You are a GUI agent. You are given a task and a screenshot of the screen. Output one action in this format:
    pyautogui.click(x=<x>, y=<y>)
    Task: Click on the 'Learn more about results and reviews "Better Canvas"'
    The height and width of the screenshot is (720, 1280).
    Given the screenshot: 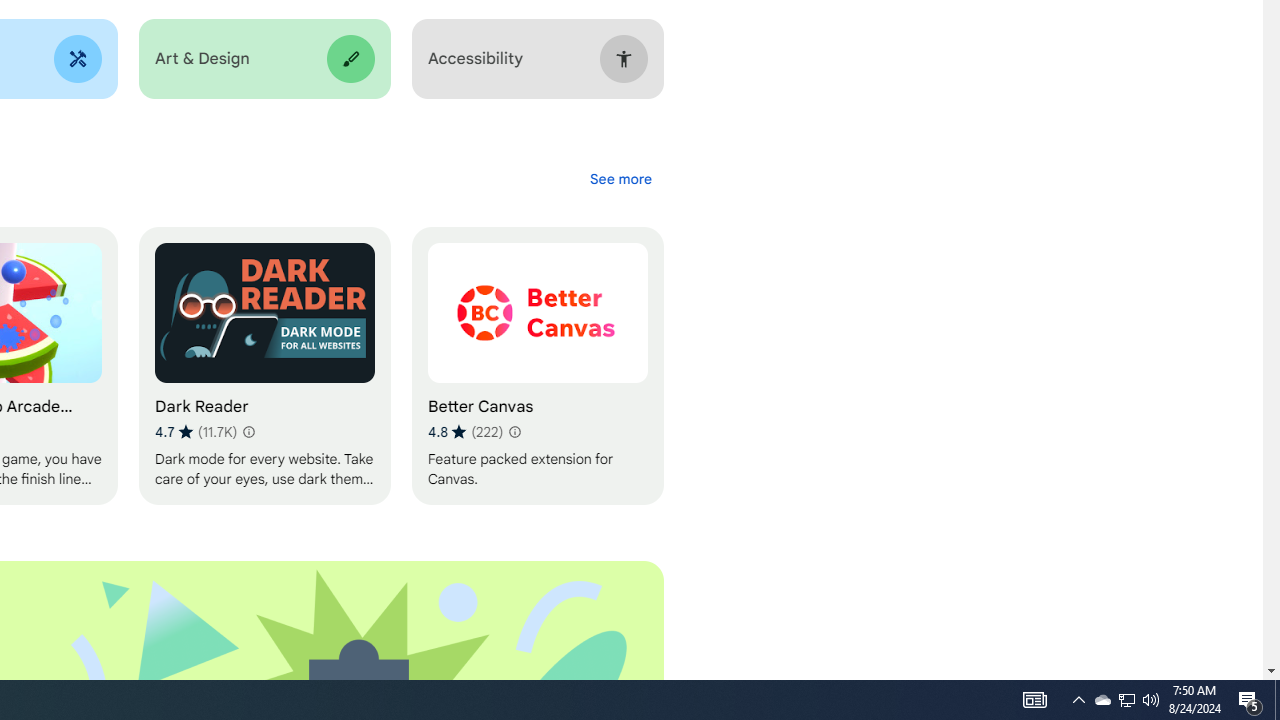 What is the action you would take?
    pyautogui.click(x=513, y=431)
    